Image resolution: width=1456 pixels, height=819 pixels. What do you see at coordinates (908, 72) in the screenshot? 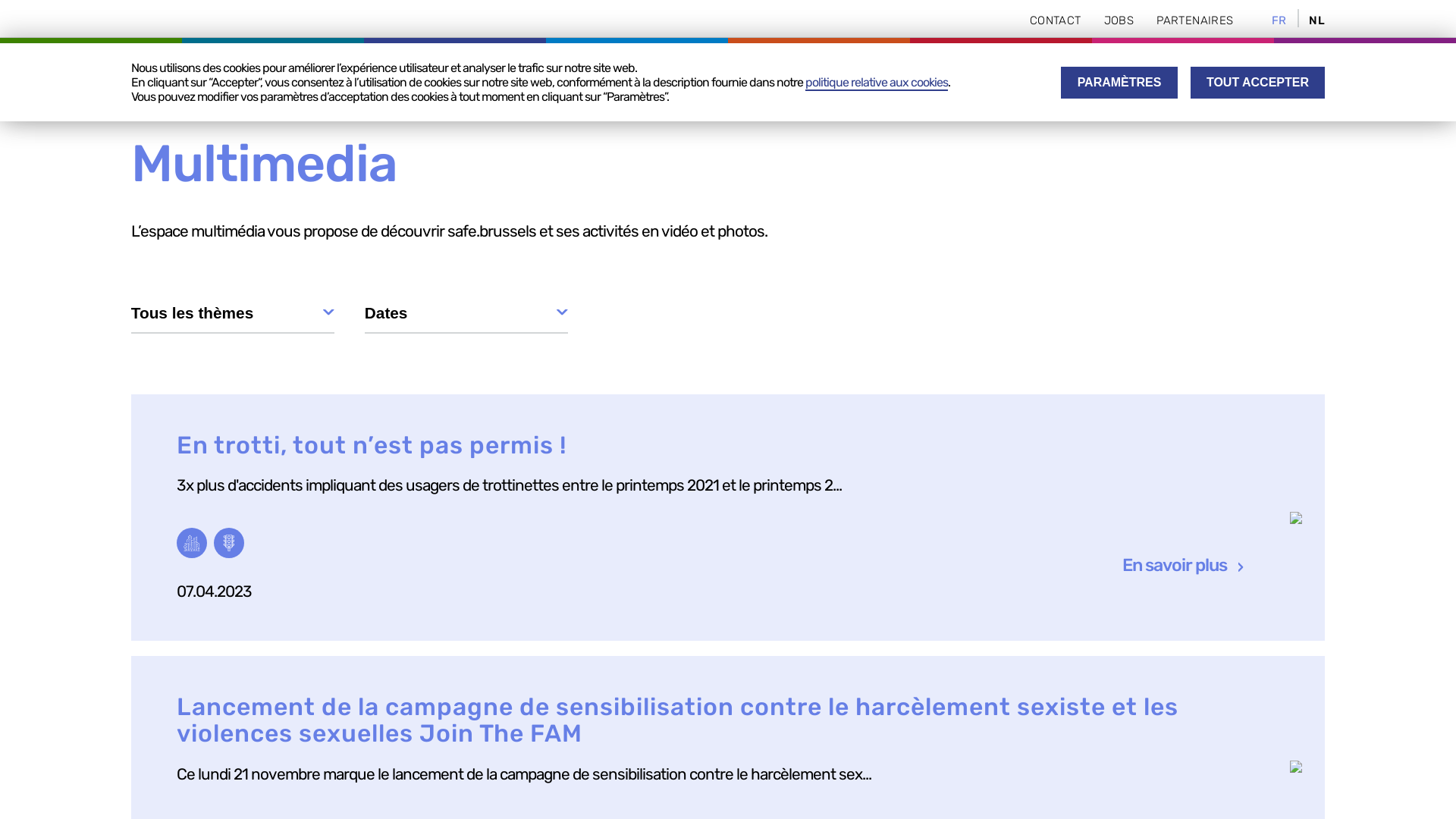
I see `'Publications et Statistiques'` at bounding box center [908, 72].